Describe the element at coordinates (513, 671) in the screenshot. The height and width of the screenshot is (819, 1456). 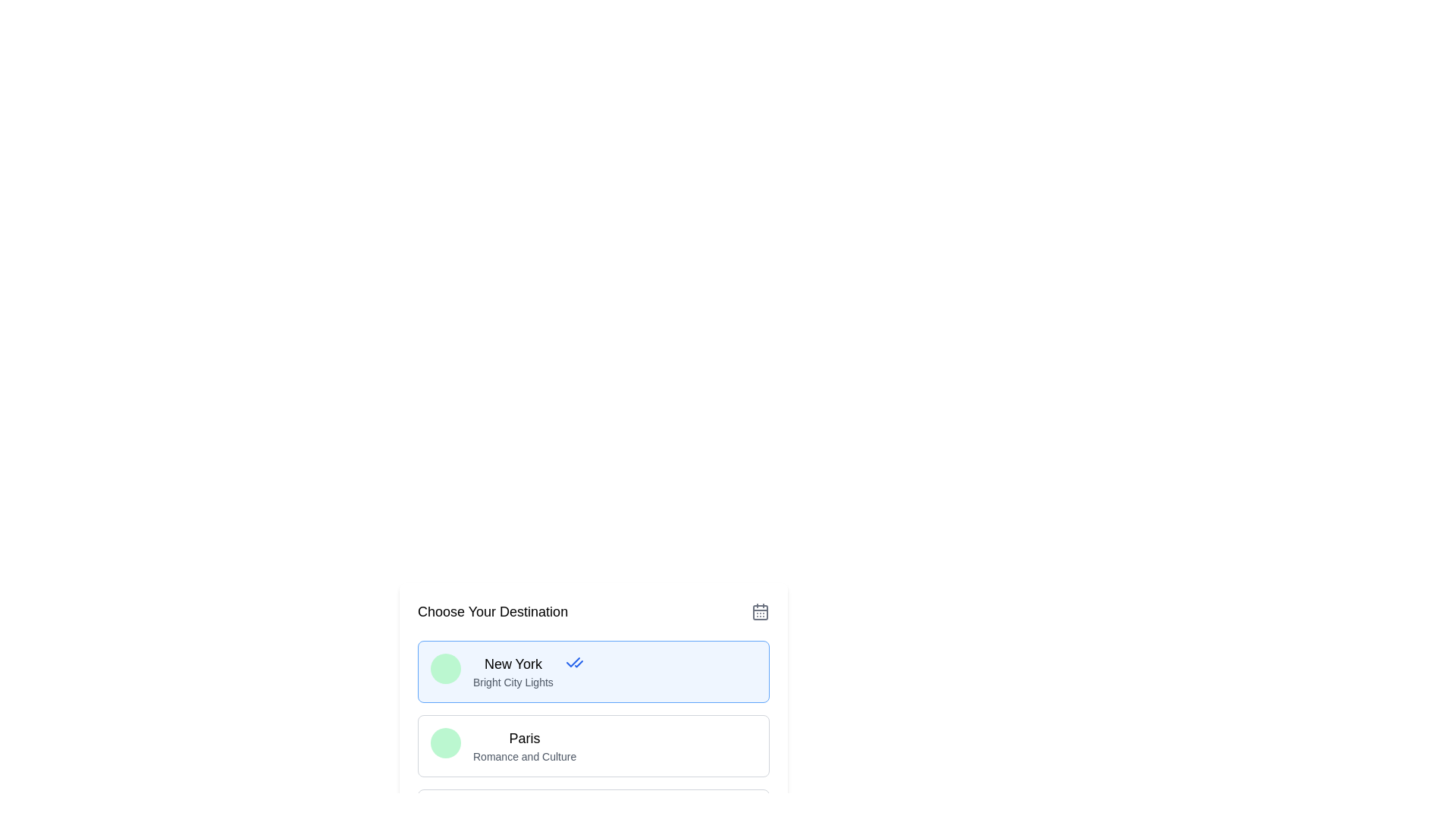
I see `the text label element displaying 'New York'` at that location.